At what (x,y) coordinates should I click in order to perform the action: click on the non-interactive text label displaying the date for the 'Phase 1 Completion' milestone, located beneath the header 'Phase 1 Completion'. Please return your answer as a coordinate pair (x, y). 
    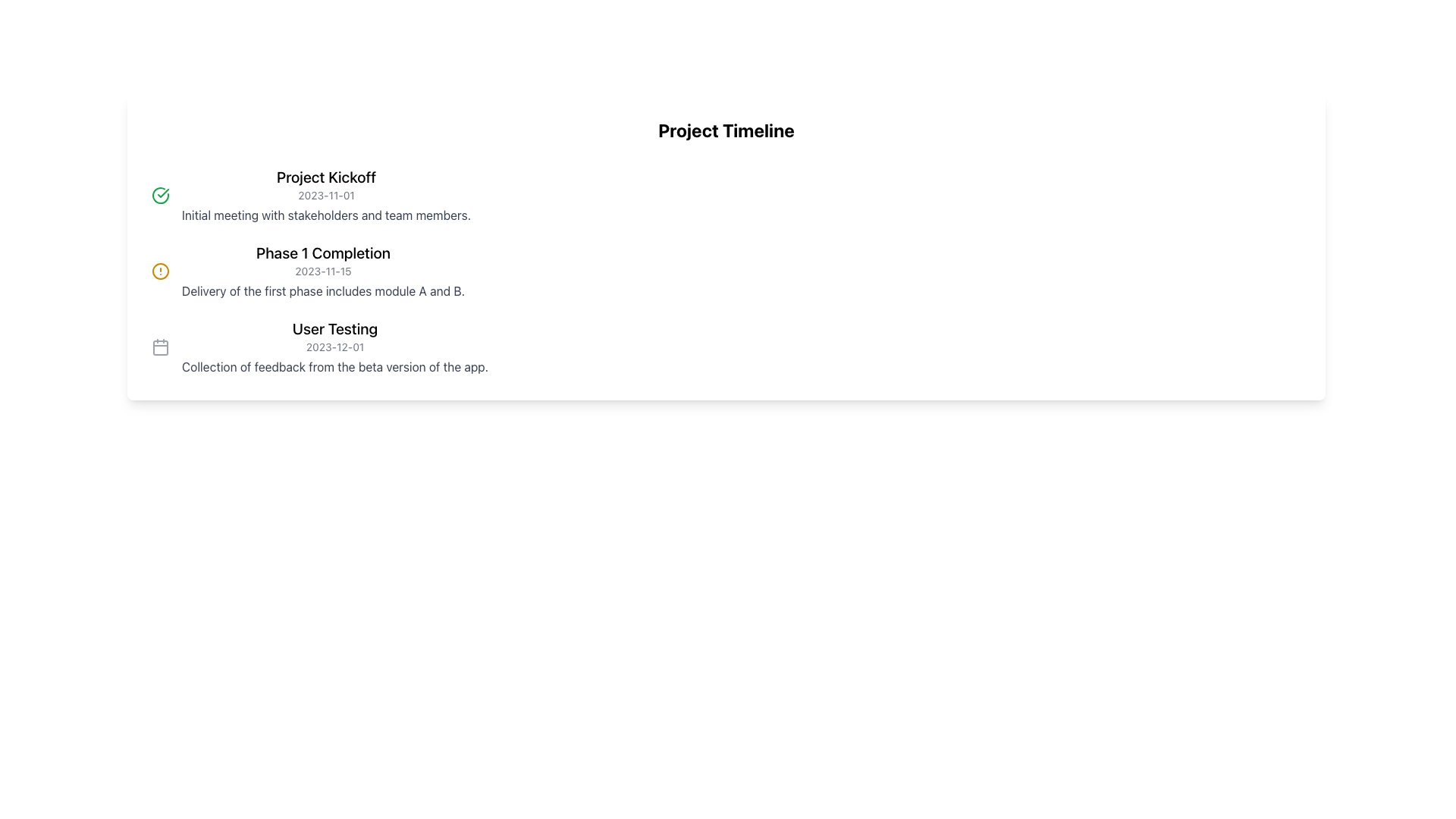
    Looking at the image, I should click on (322, 271).